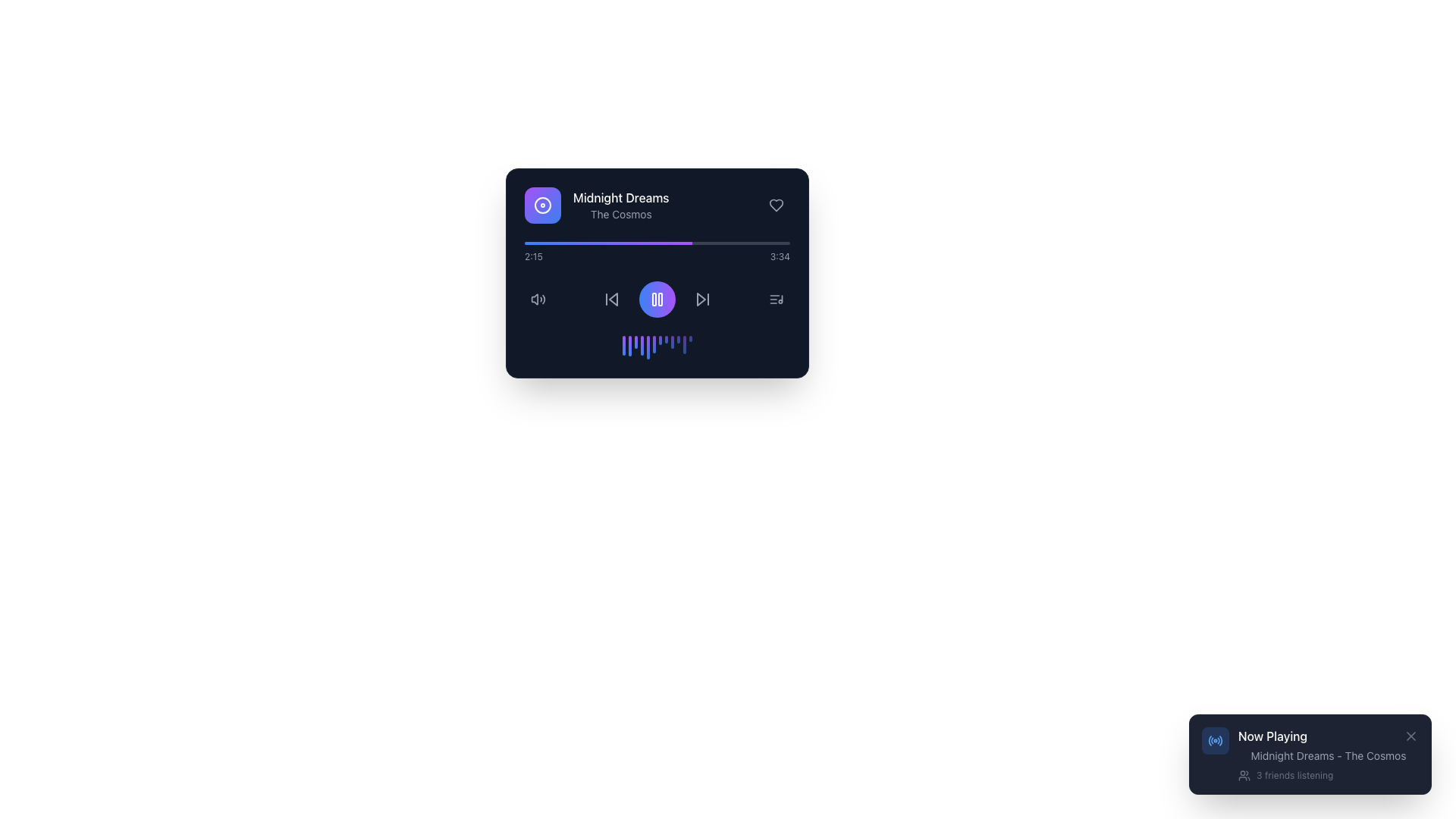  I want to click on text displayed in the Information display section, which includes 'Now Playing,' 'Midnight Dreams - The Cosmos,' and '3 friends listening.', so click(1328, 755).